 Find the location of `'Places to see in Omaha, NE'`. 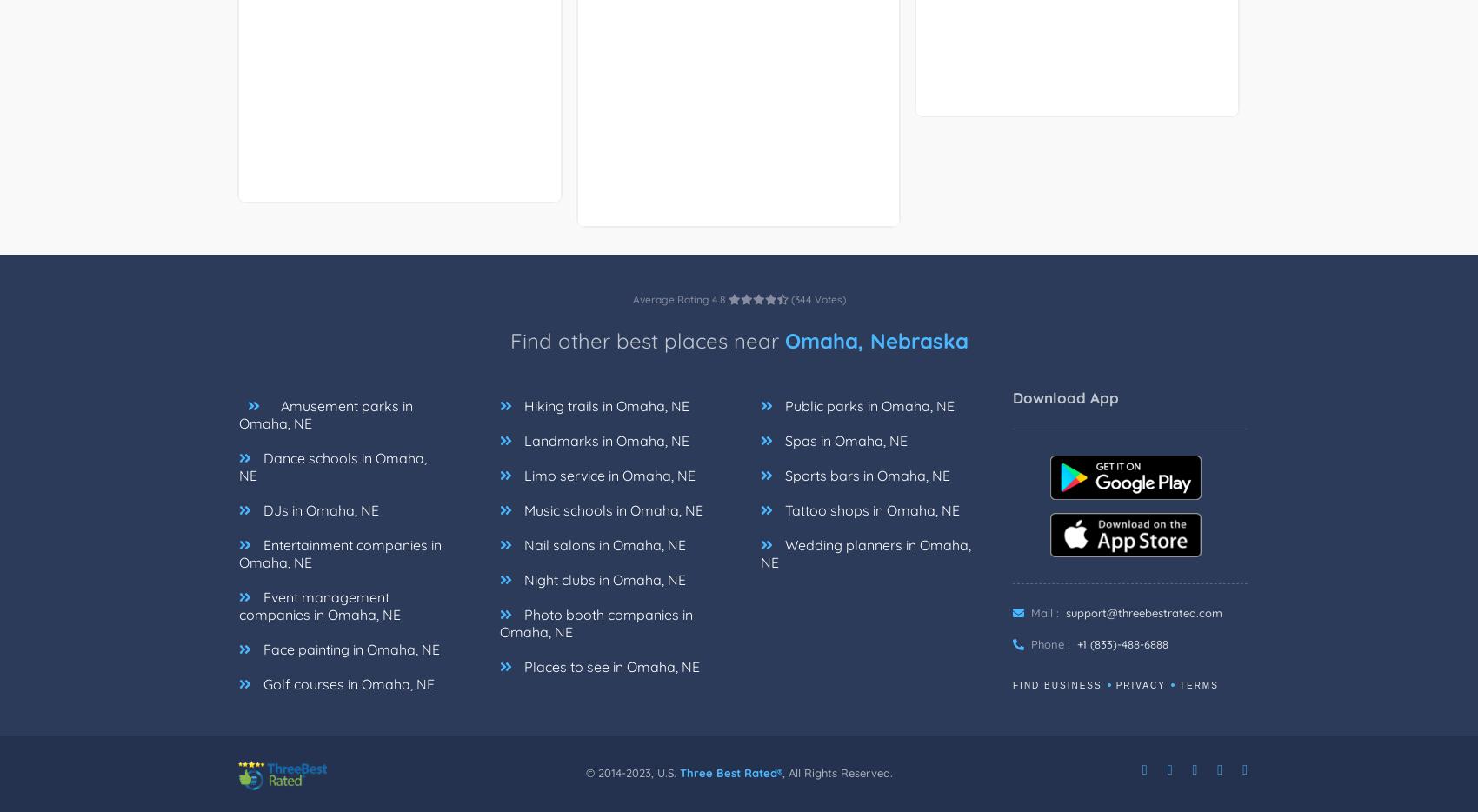

'Places to see in Omaha, NE' is located at coordinates (520, 666).